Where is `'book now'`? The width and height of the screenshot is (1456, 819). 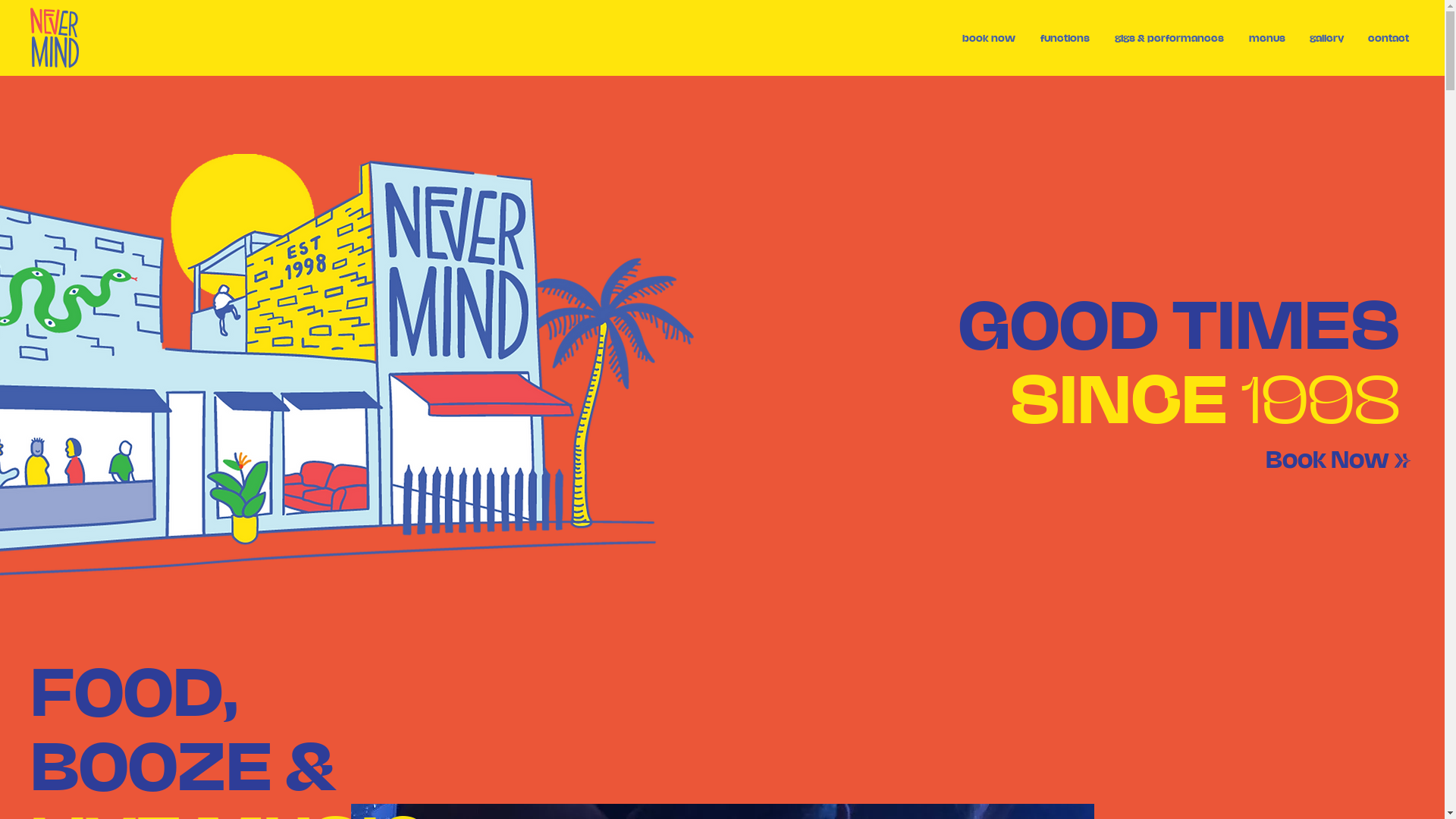
'book now' is located at coordinates (988, 36).